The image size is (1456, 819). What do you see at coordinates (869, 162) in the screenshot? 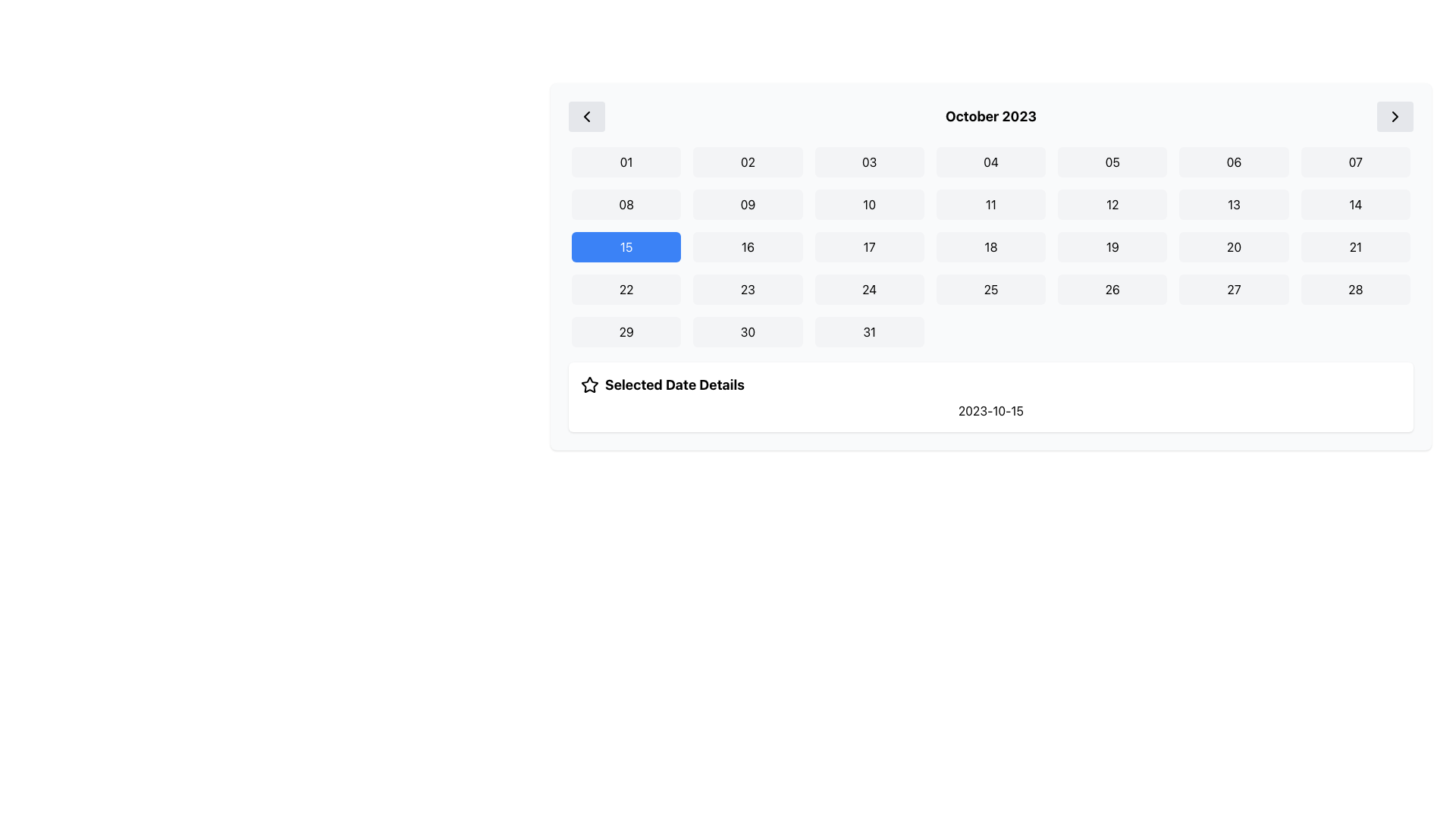
I see `the button representing the third day of October 2023 in the calendar interface` at bounding box center [869, 162].